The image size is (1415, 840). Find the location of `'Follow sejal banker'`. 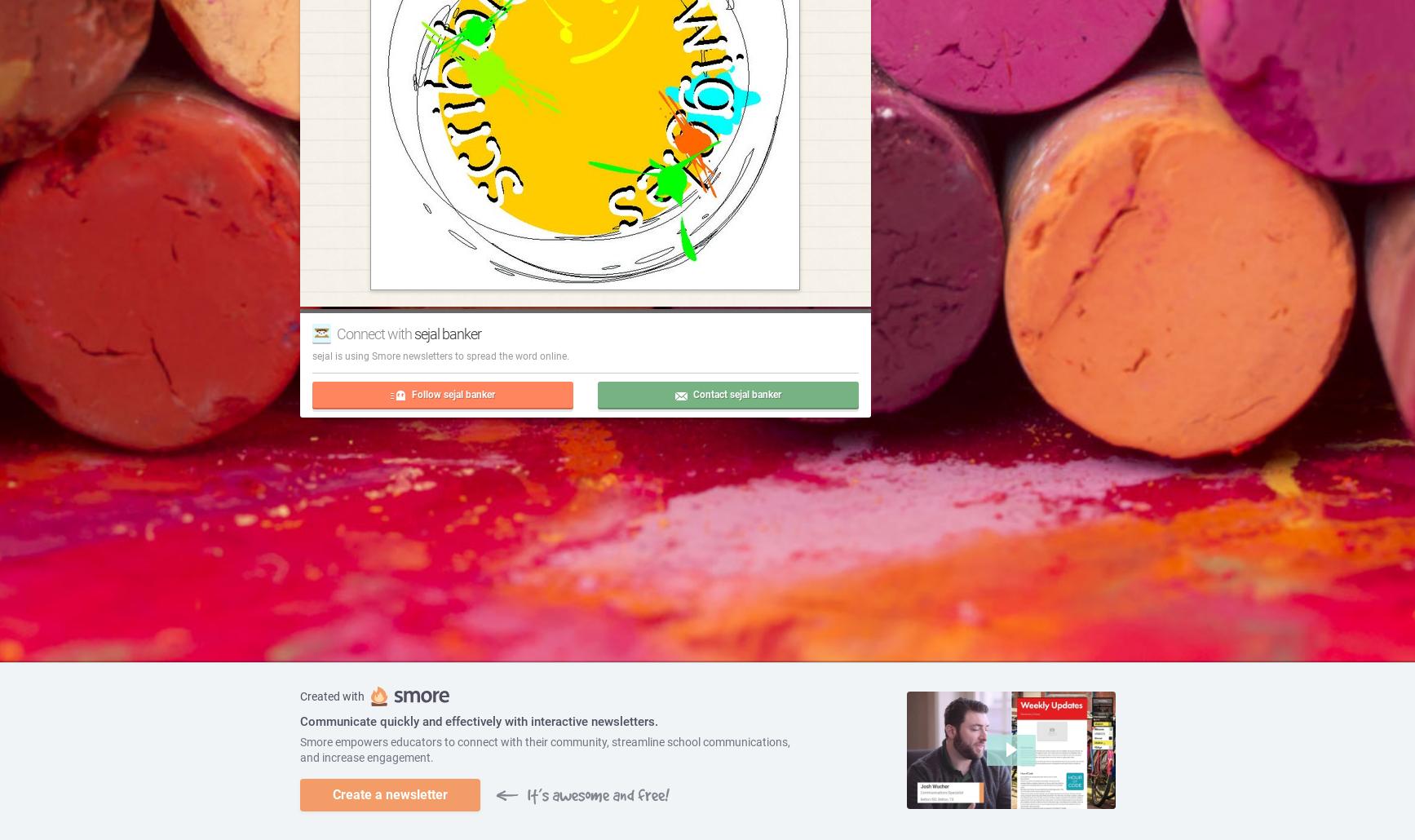

'Follow sejal banker' is located at coordinates (411, 392).